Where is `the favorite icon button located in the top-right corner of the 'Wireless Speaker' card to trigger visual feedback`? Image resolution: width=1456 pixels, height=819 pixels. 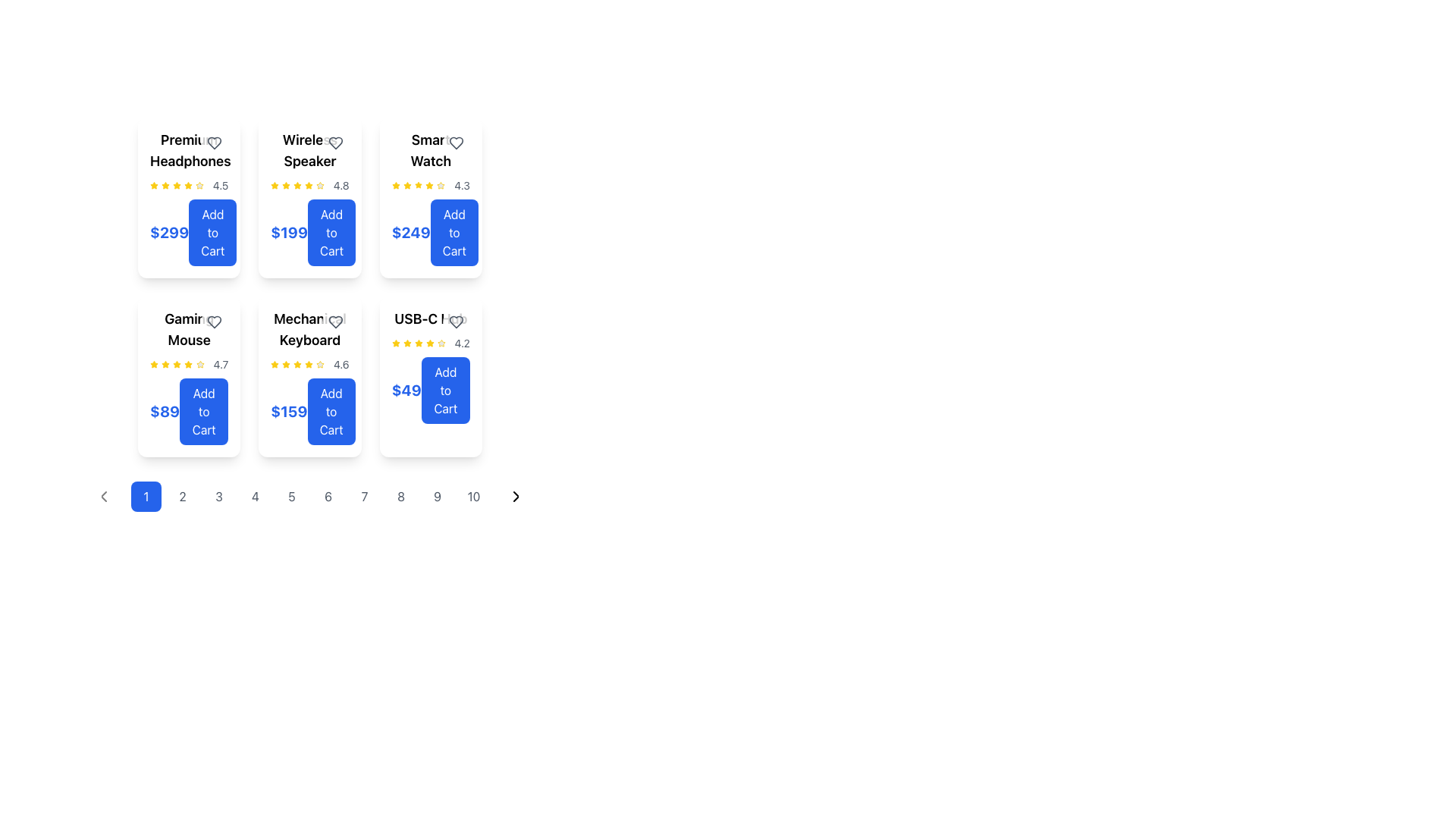 the favorite icon button located in the top-right corner of the 'Wireless Speaker' card to trigger visual feedback is located at coordinates (334, 143).